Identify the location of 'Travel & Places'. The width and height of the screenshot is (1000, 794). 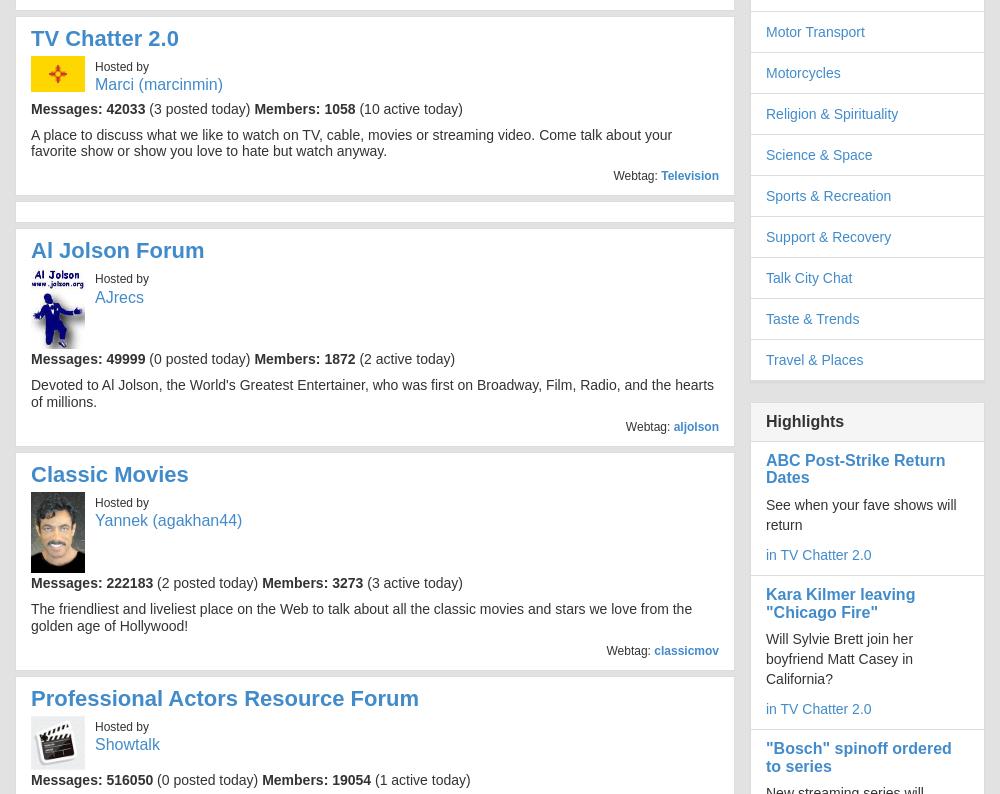
(766, 359).